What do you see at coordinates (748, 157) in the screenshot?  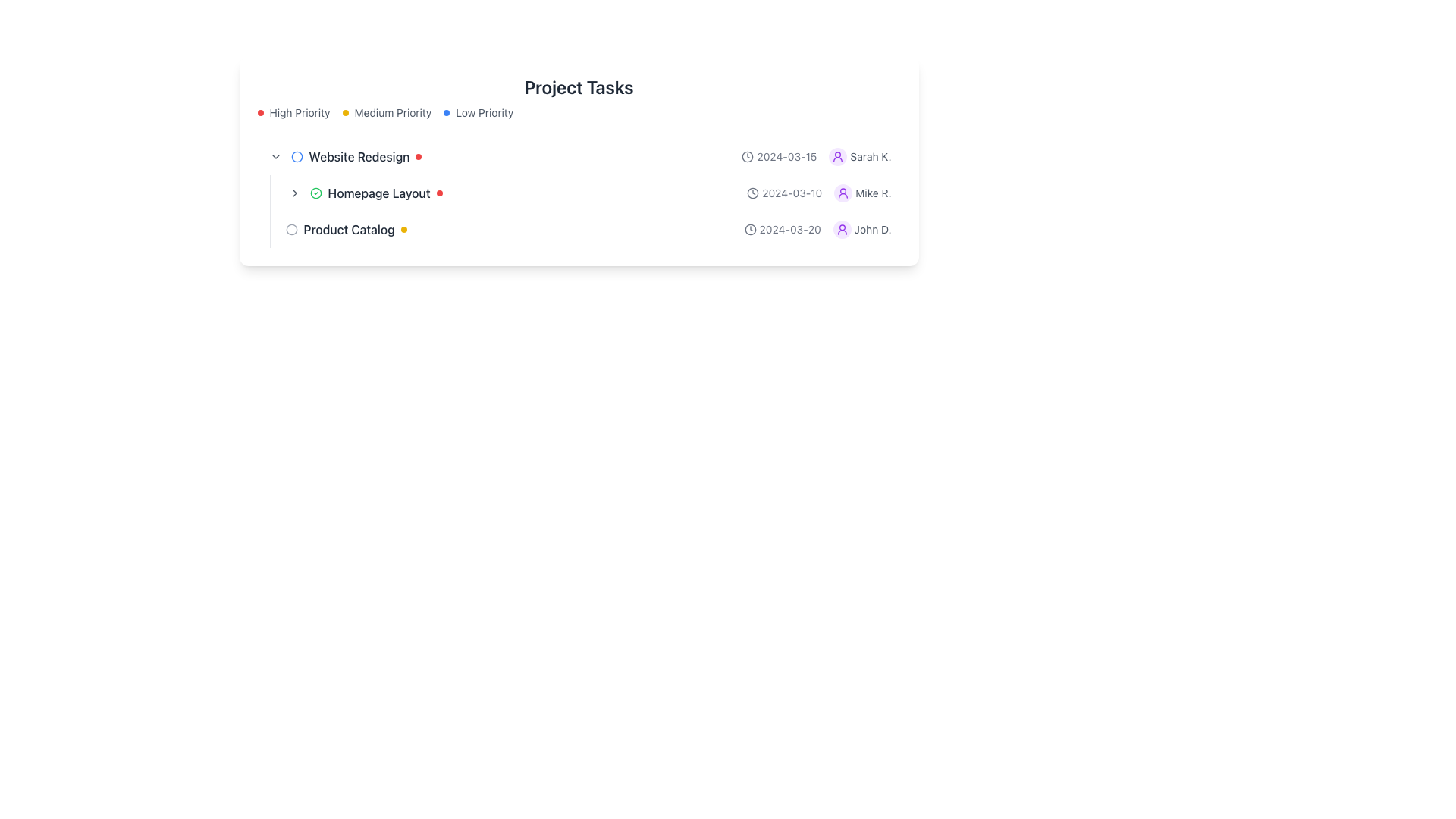 I see `the details of the clock icon located to the left of the date '2024-03-15' under the 'Project Tasks' section` at bounding box center [748, 157].